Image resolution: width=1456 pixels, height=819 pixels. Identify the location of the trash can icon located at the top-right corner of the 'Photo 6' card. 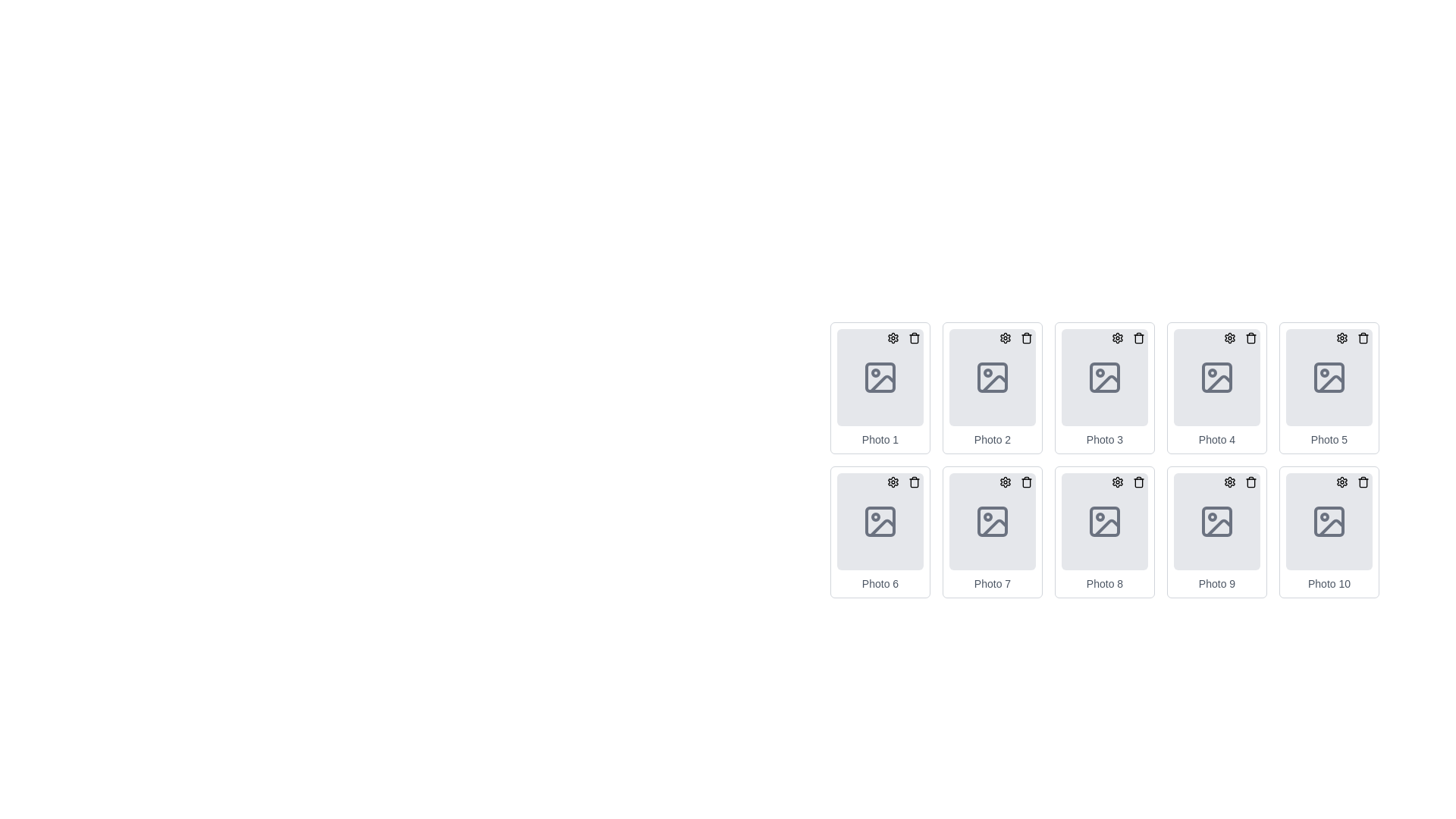
(903, 482).